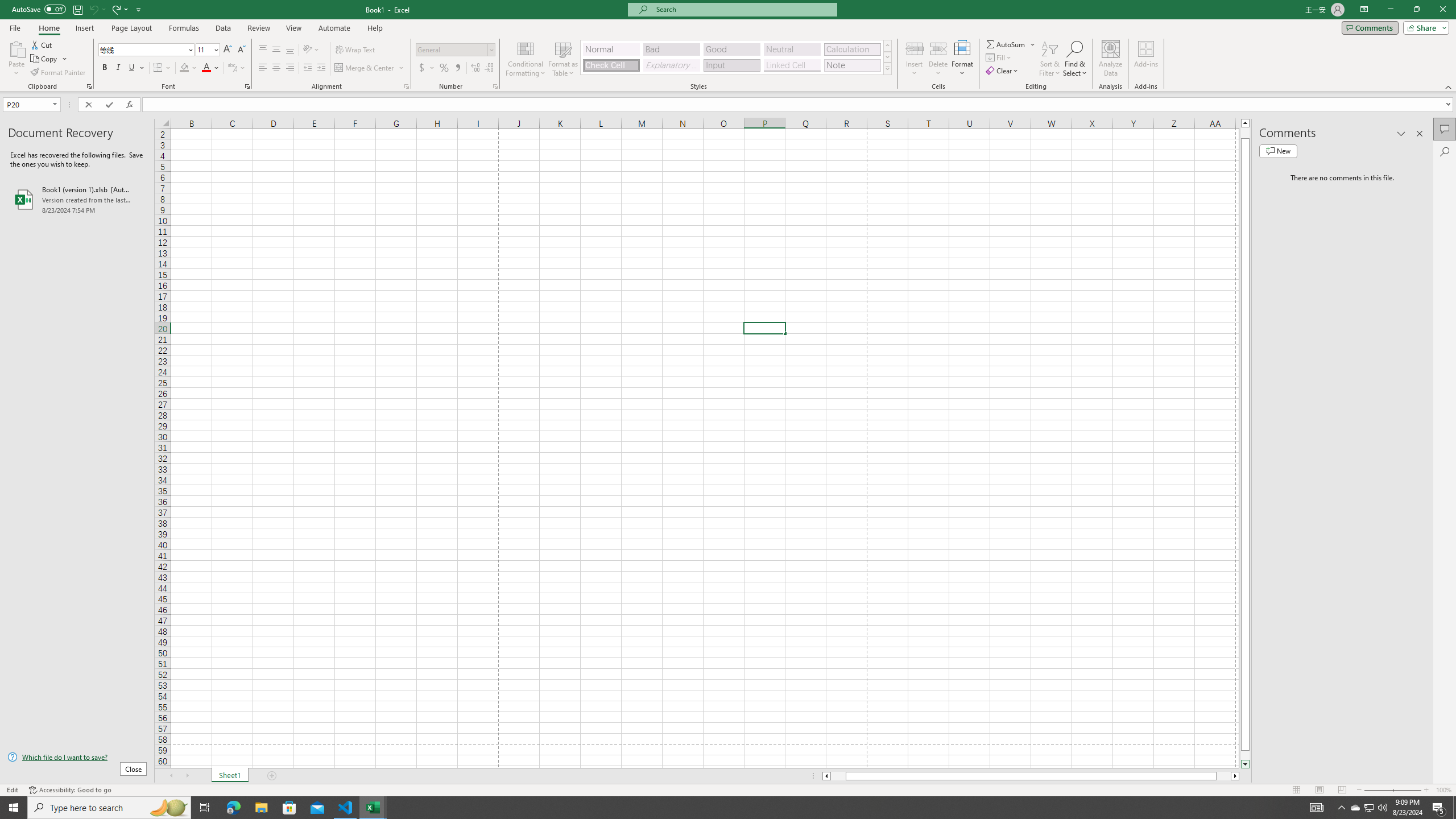  Describe the element at coordinates (887, 68) in the screenshot. I see `'Cell Styles'` at that location.